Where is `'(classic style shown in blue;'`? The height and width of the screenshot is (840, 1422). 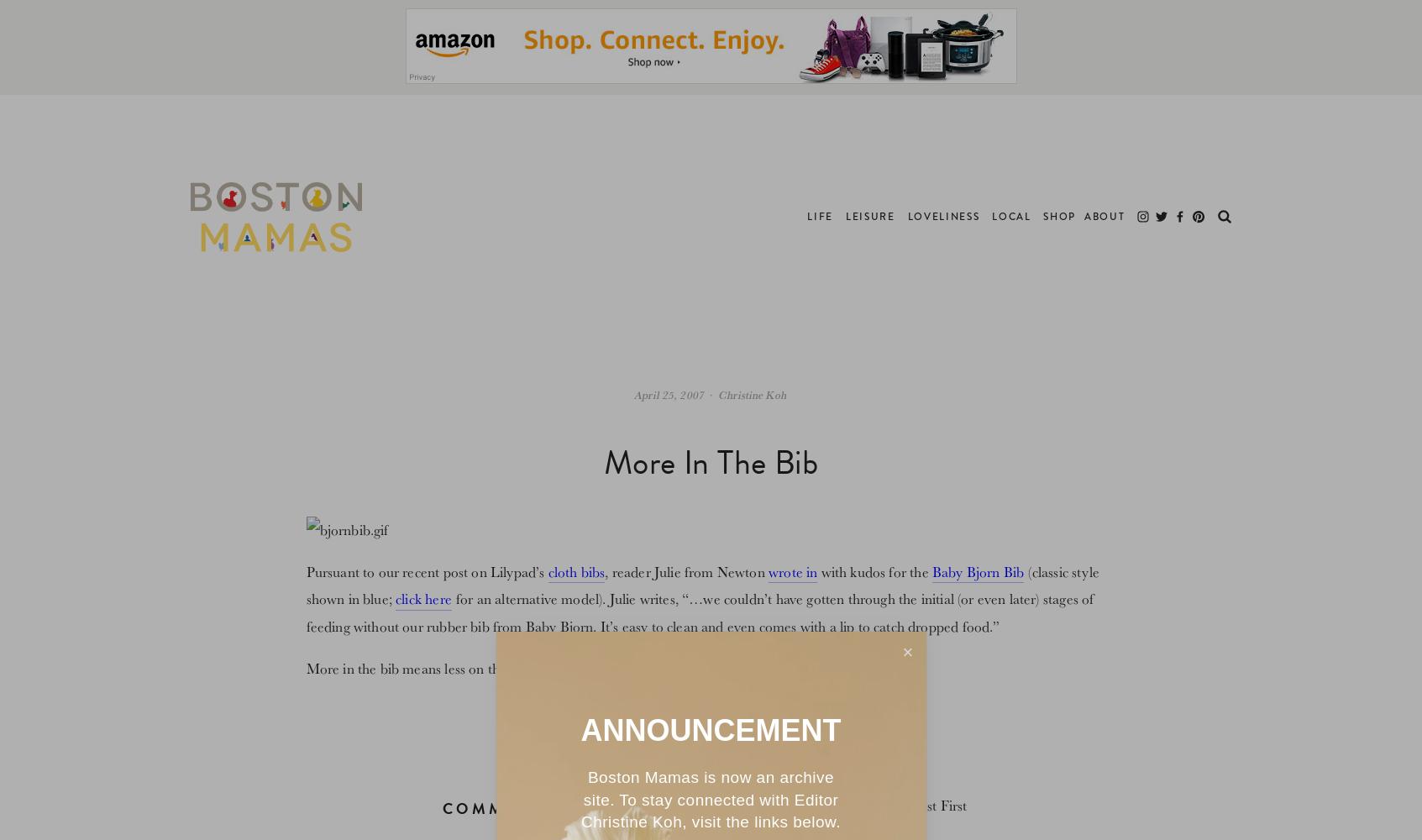
'(classic style shown in blue;' is located at coordinates (701, 584).